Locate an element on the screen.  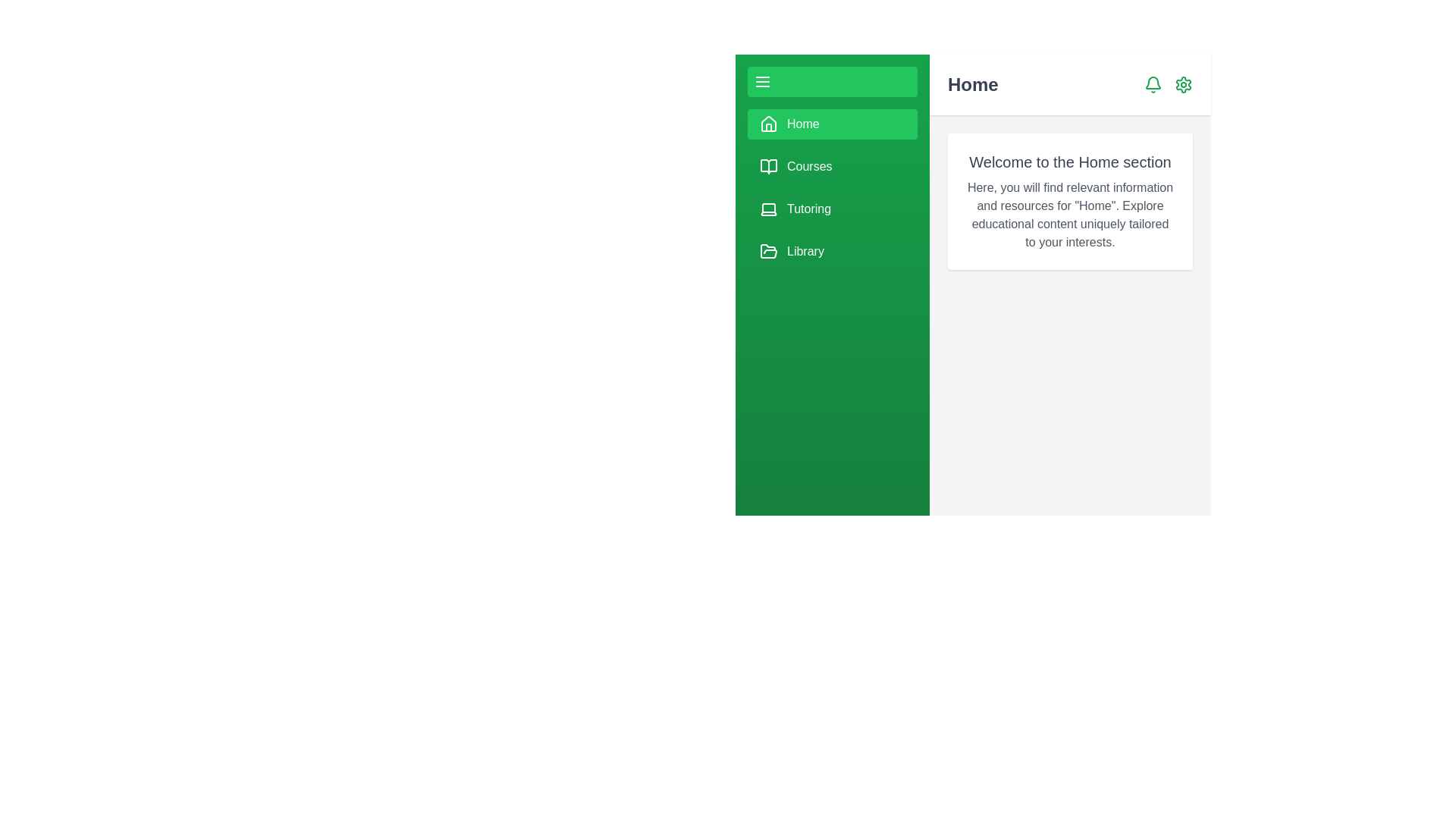
the 'Tutoring' icon in the side navigation bar, which is located to the left of the 'Tutoring' text label and is the third item in the vertical navigation menu is located at coordinates (768, 209).